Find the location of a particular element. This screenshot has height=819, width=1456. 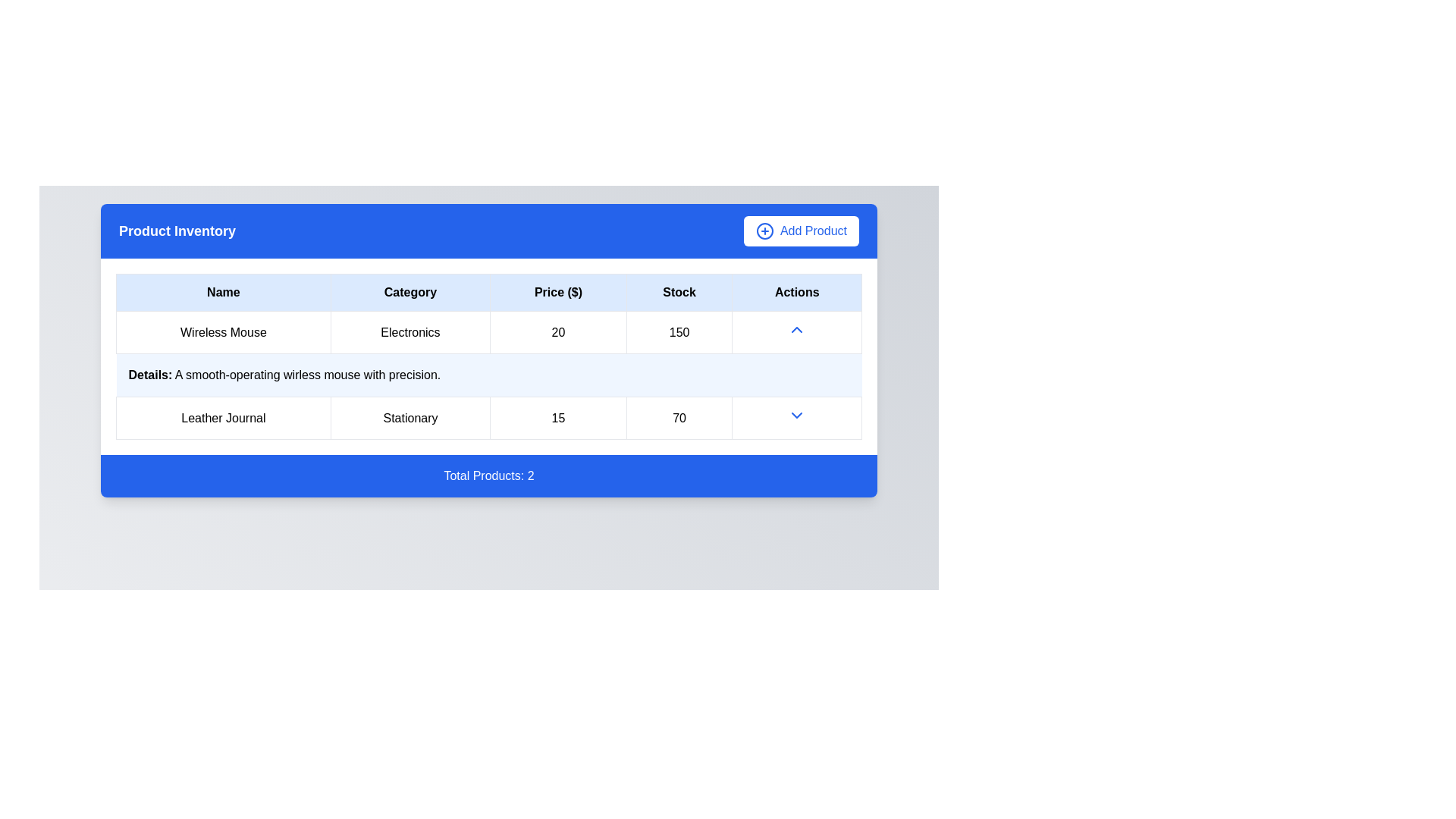

the 'Price ($)' text label, which is a bold black font centered in a light blue rectangular cell, positioned third among the column headers 'Name', 'Category', 'Stock', and 'Actions' is located at coordinates (557, 292).